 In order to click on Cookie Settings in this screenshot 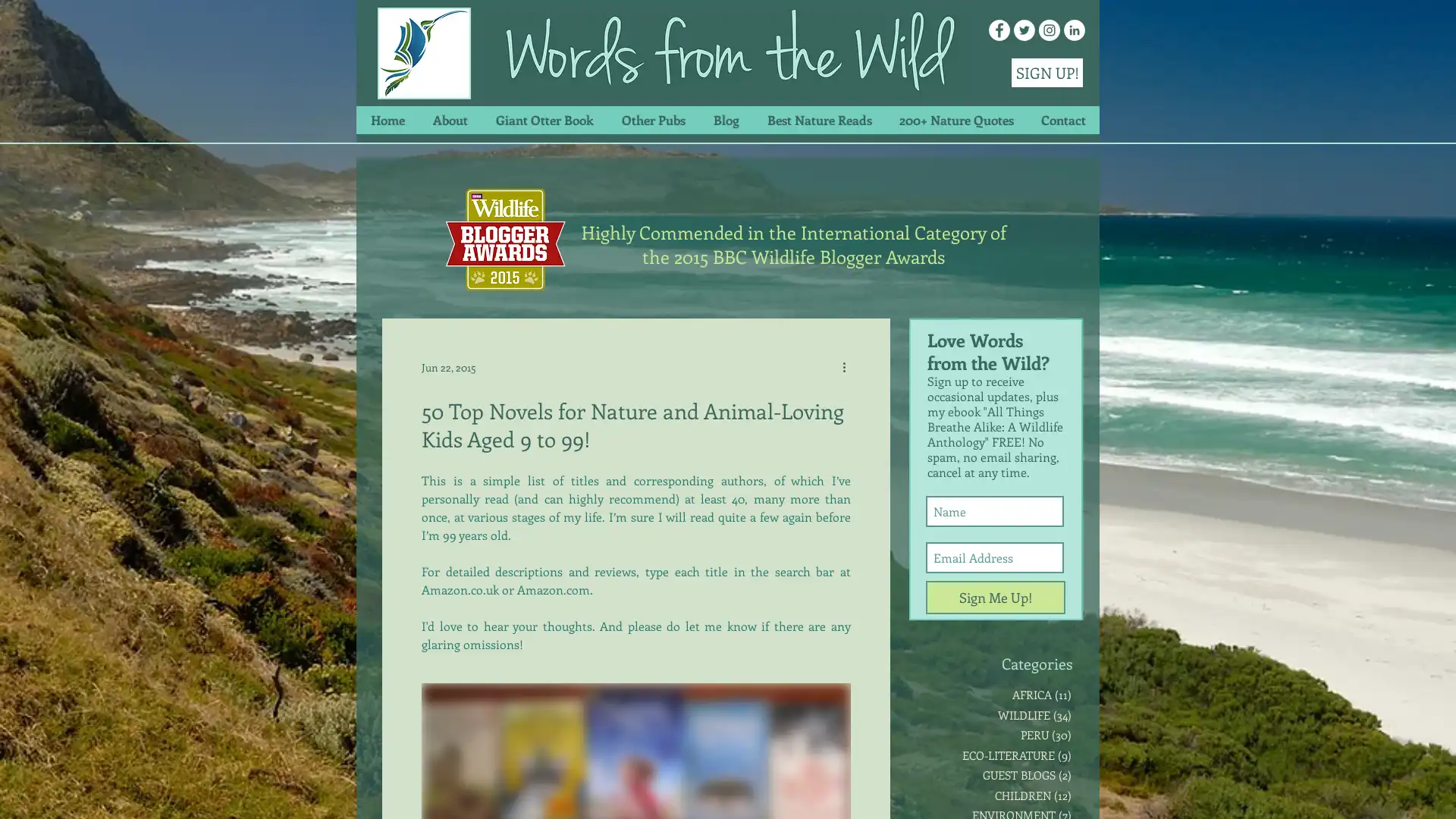, I will do `click(1291, 792)`.